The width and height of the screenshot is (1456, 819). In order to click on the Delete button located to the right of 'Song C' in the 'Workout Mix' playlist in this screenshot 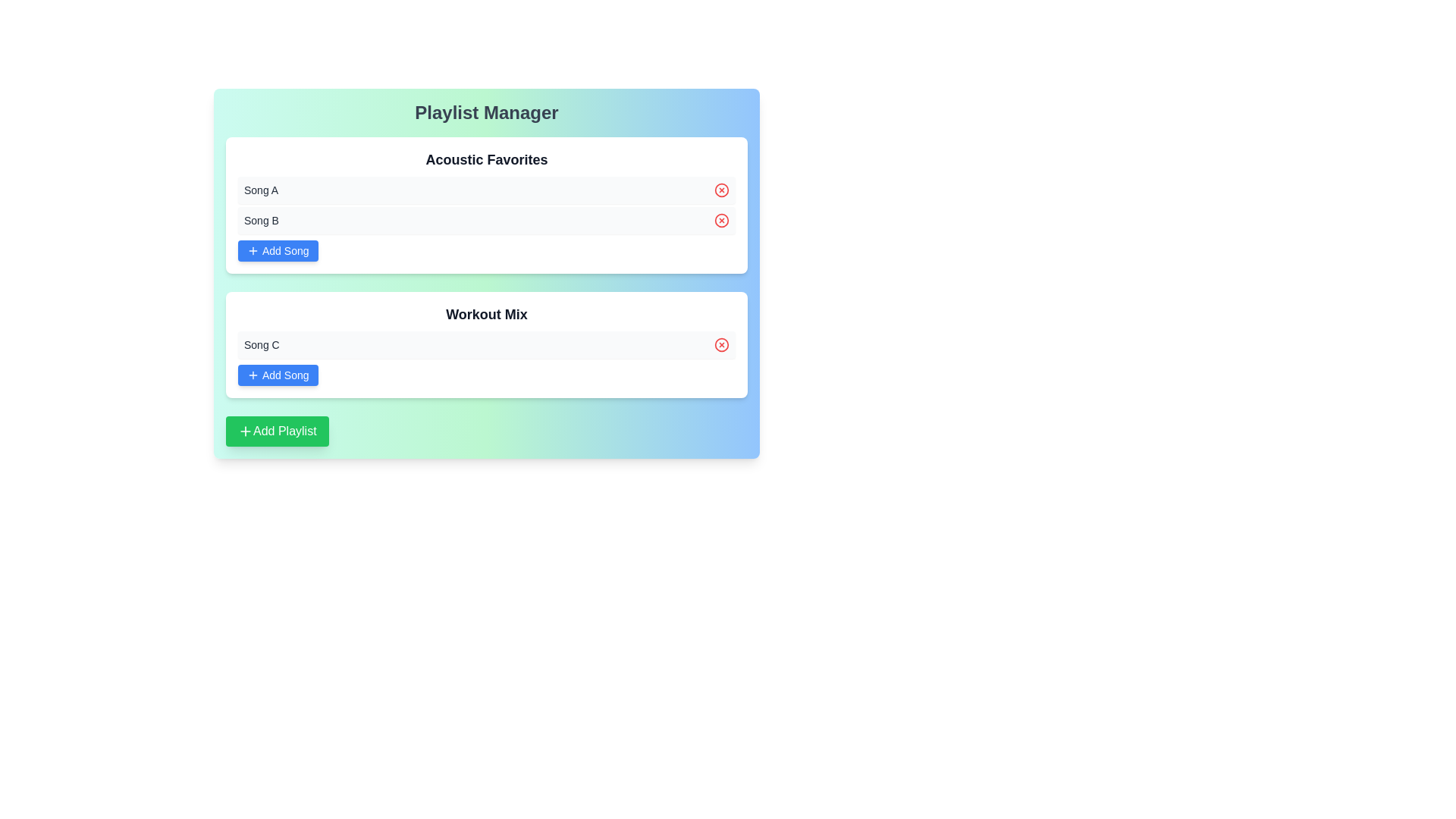, I will do `click(720, 345)`.